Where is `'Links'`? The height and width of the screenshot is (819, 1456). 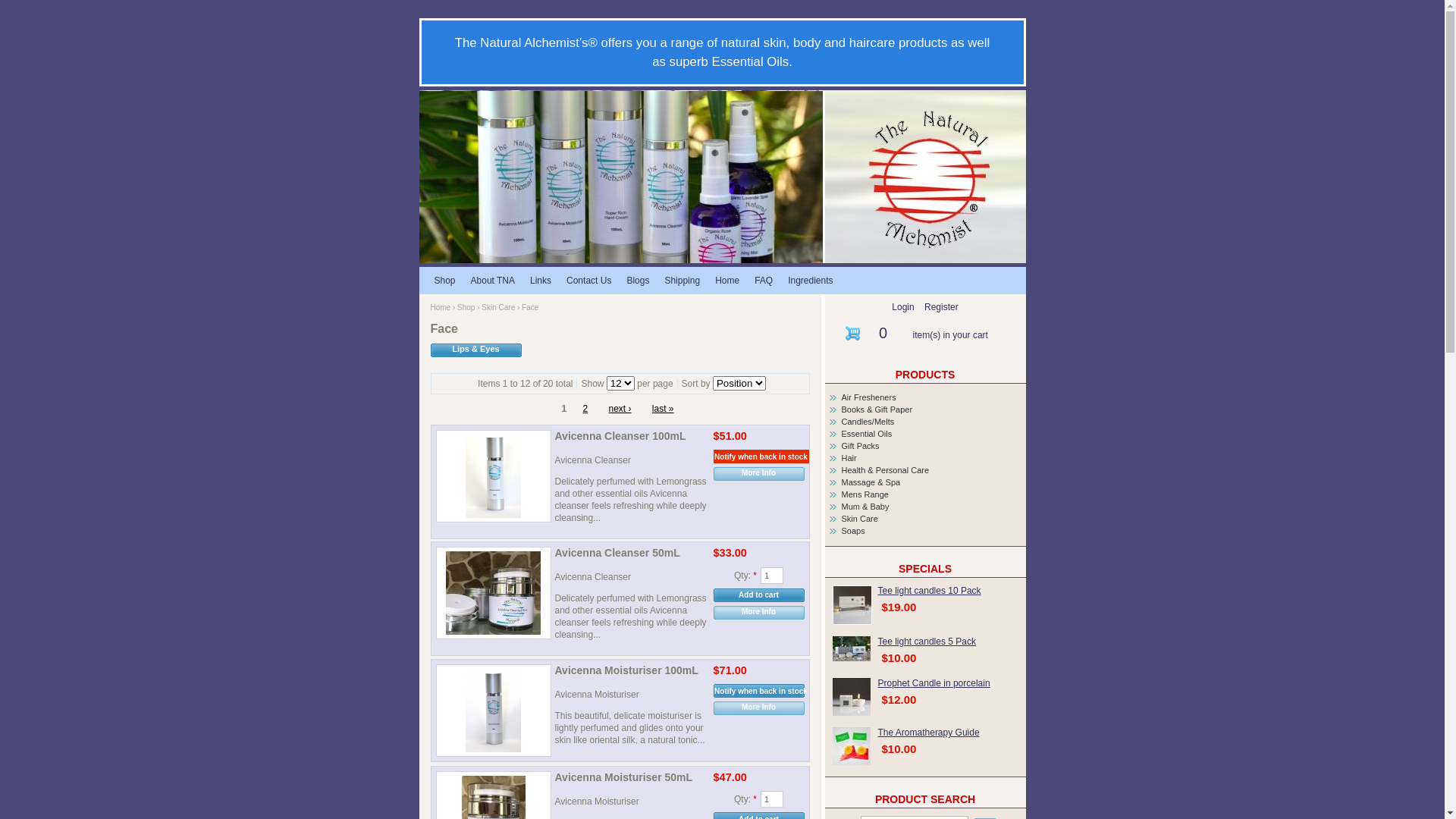 'Links' is located at coordinates (541, 280).